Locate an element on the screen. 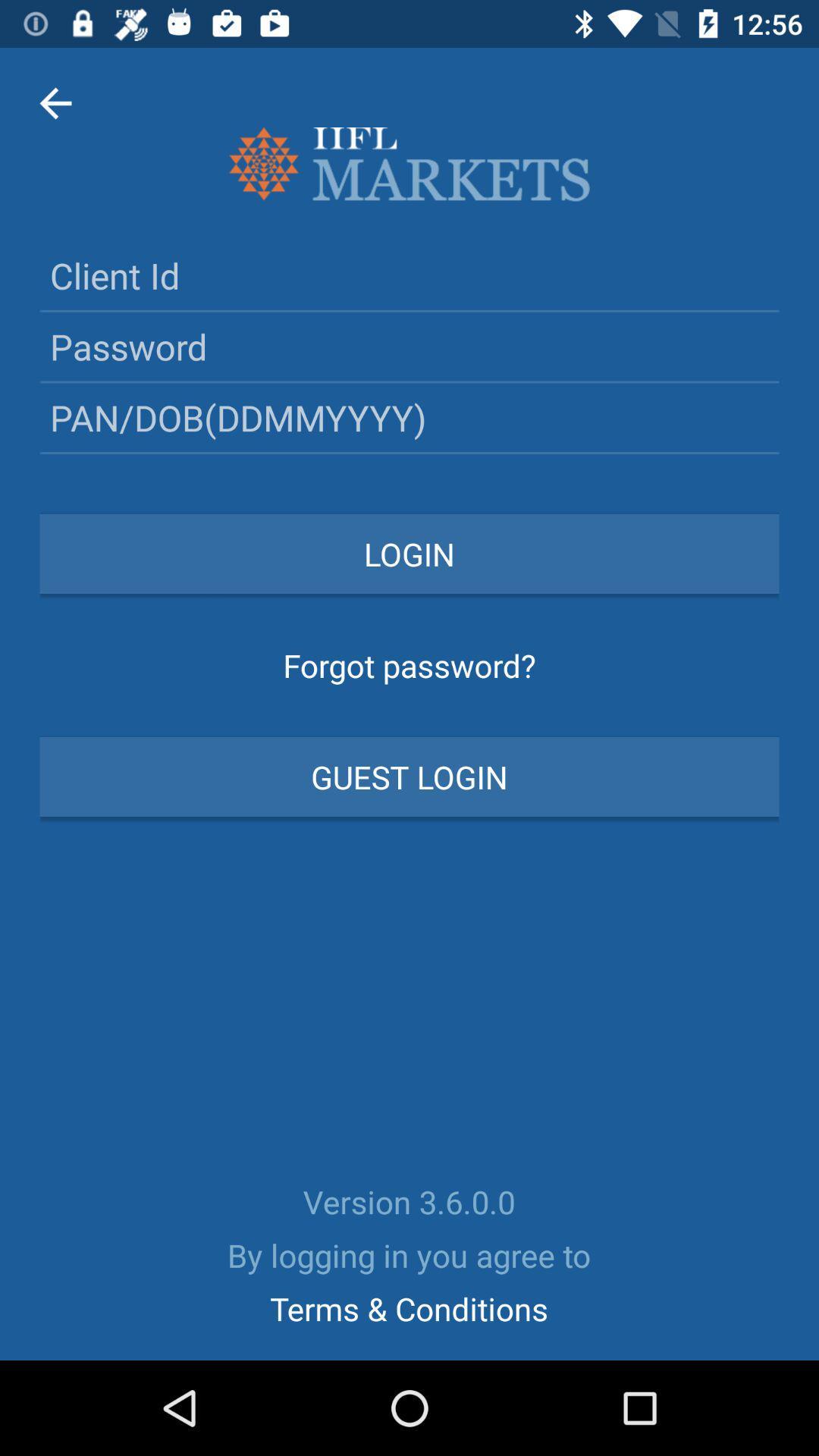 Image resolution: width=819 pixels, height=1456 pixels. password below the text client id is located at coordinates (409, 346).